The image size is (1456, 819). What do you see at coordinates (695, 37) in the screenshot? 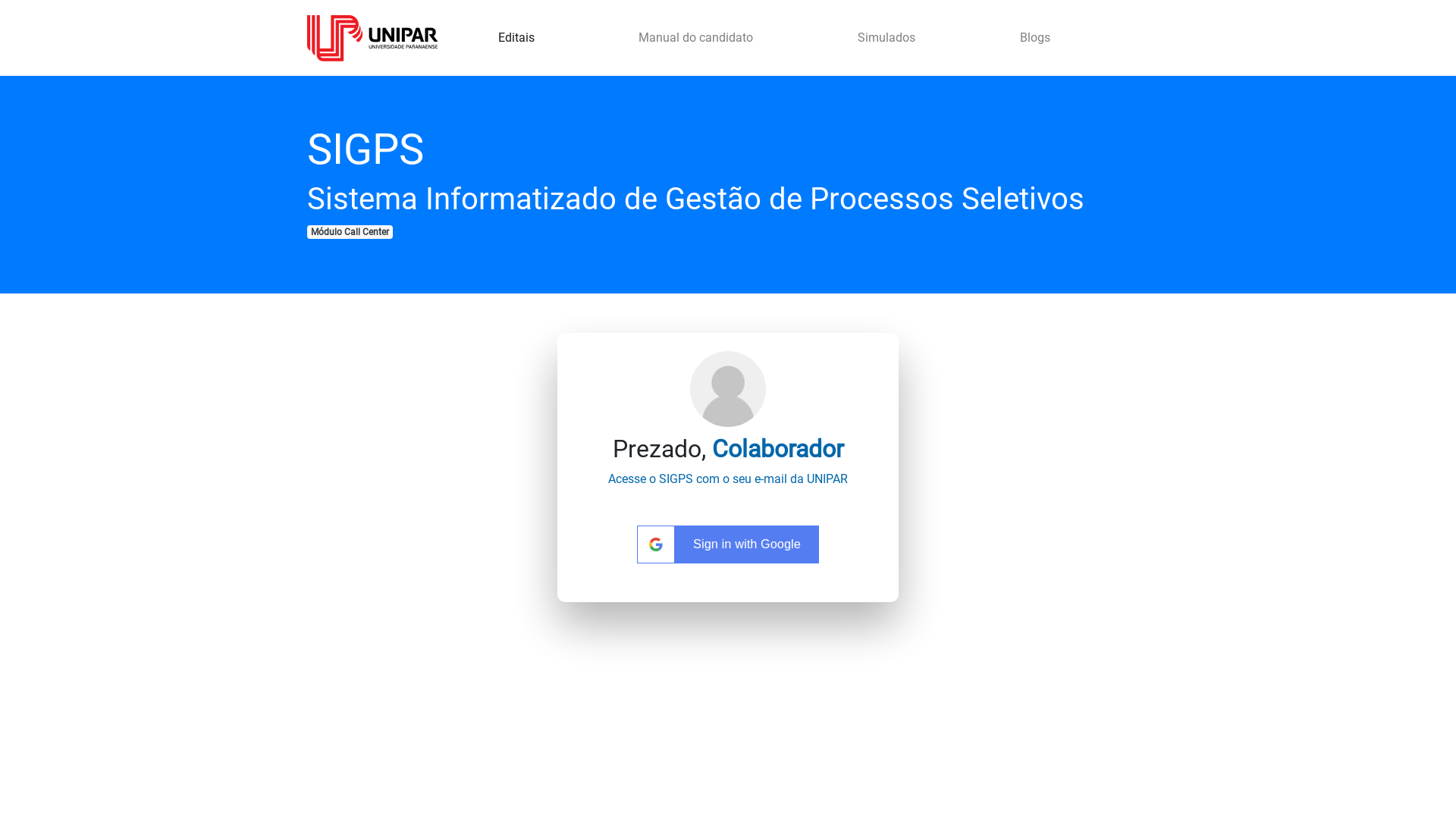
I see `'Manual do candidato'` at bounding box center [695, 37].